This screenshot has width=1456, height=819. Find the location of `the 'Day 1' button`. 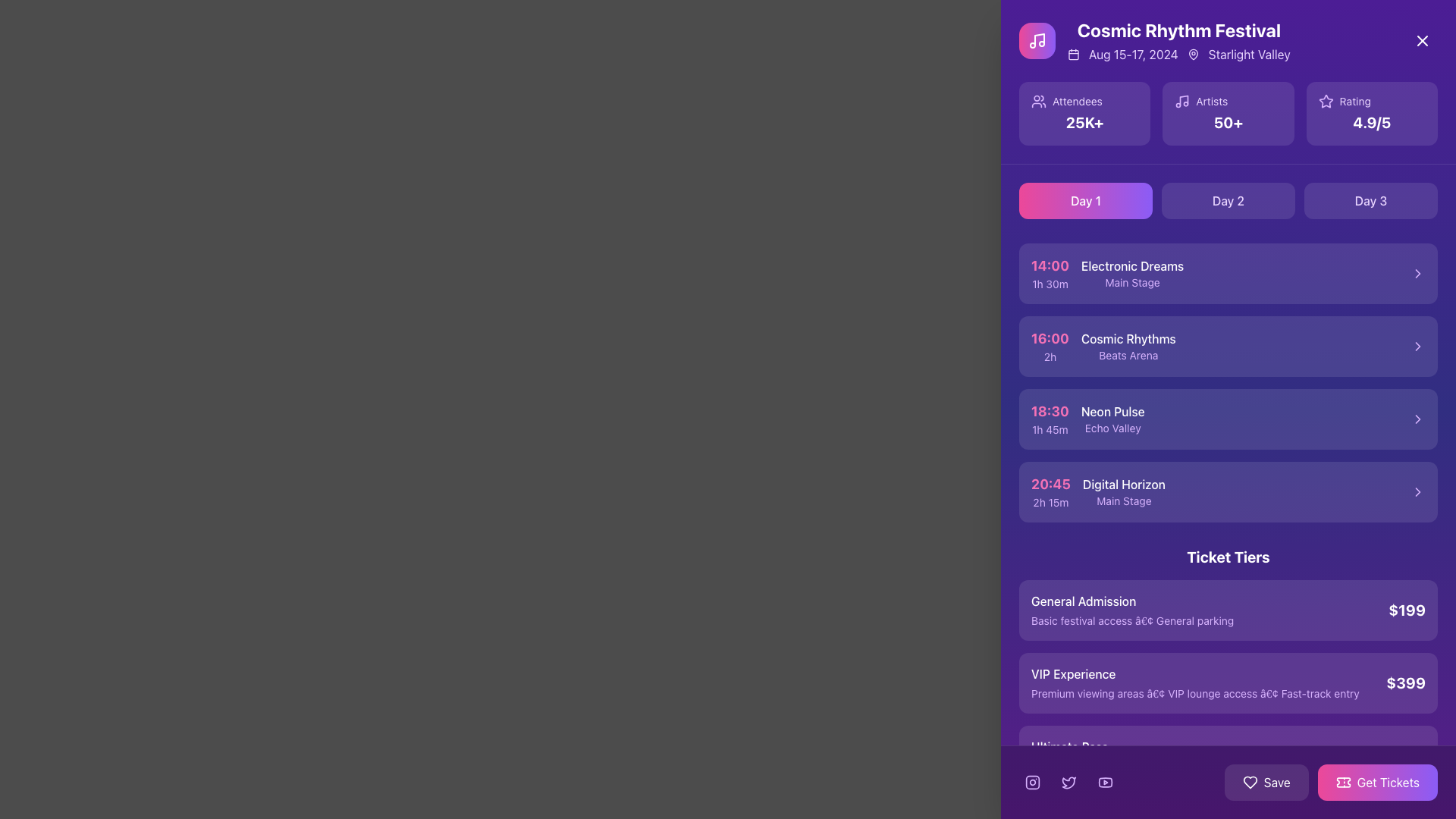

the 'Day 1' button is located at coordinates (1084, 200).